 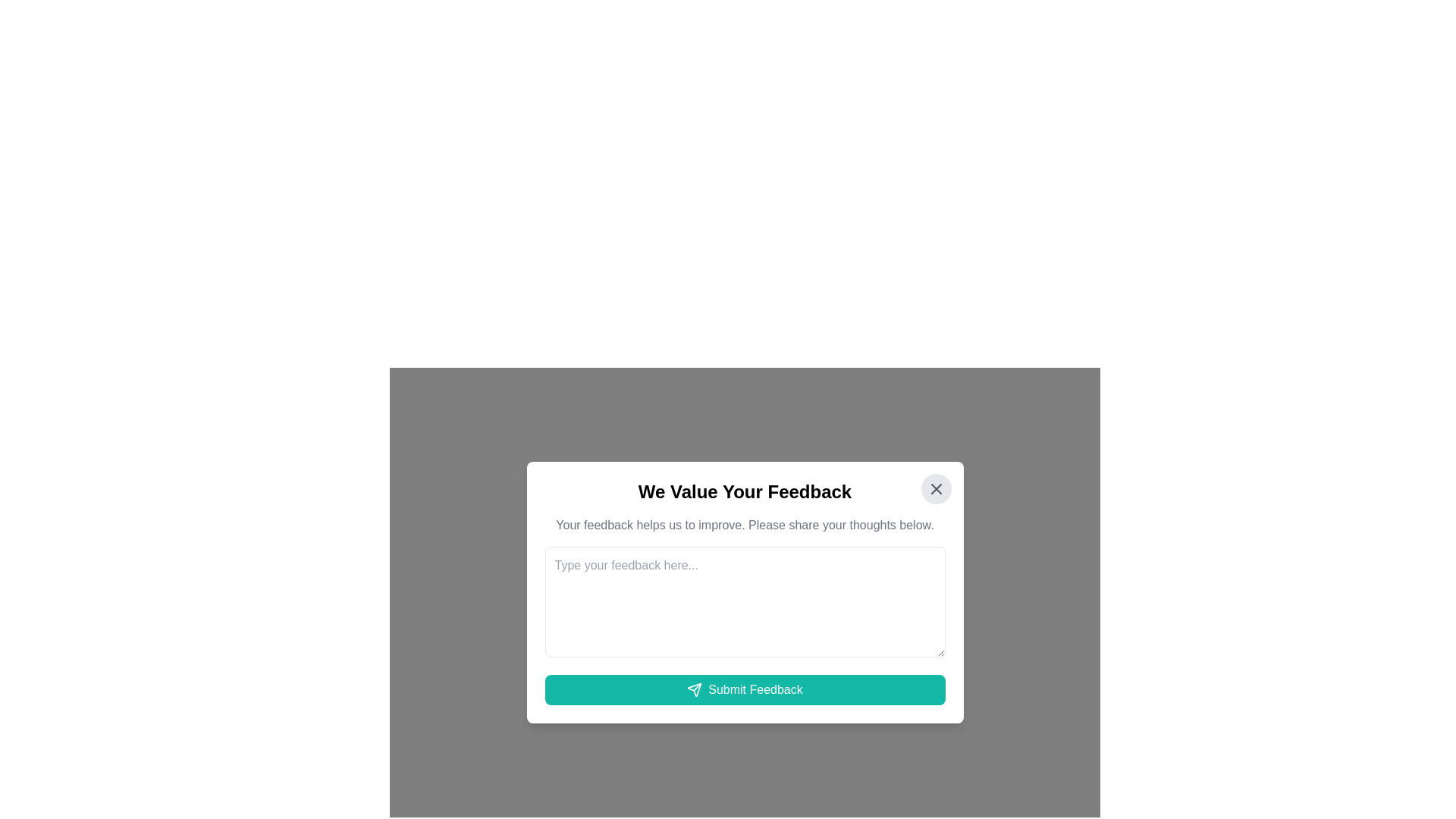 I want to click on the gray 'X' icon located in the top-right corner of the feedback dialog box titled 'We Value Your Feedback', so click(x=935, y=488).